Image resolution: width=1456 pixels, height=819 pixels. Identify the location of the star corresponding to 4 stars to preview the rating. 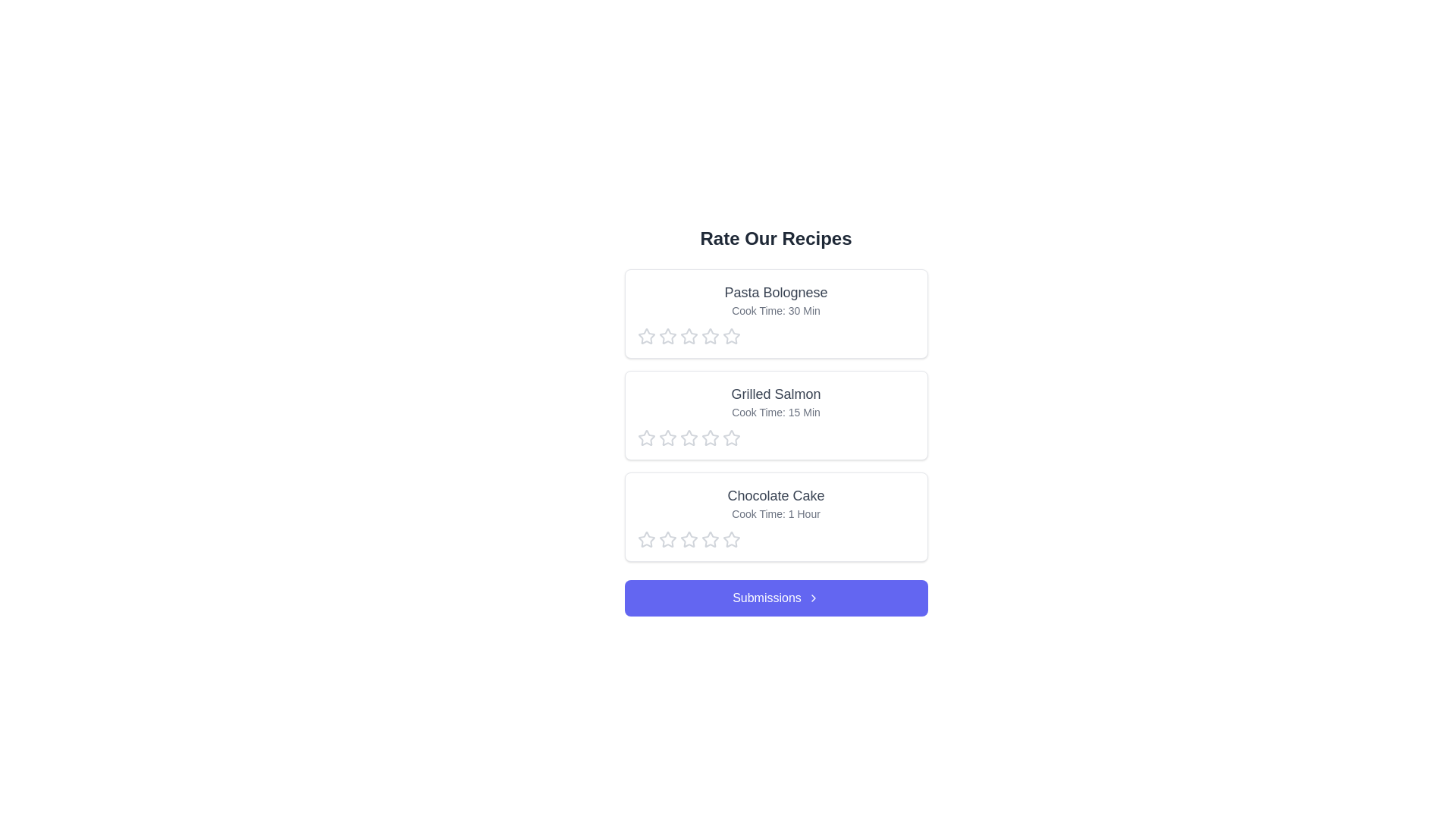
(709, 335).